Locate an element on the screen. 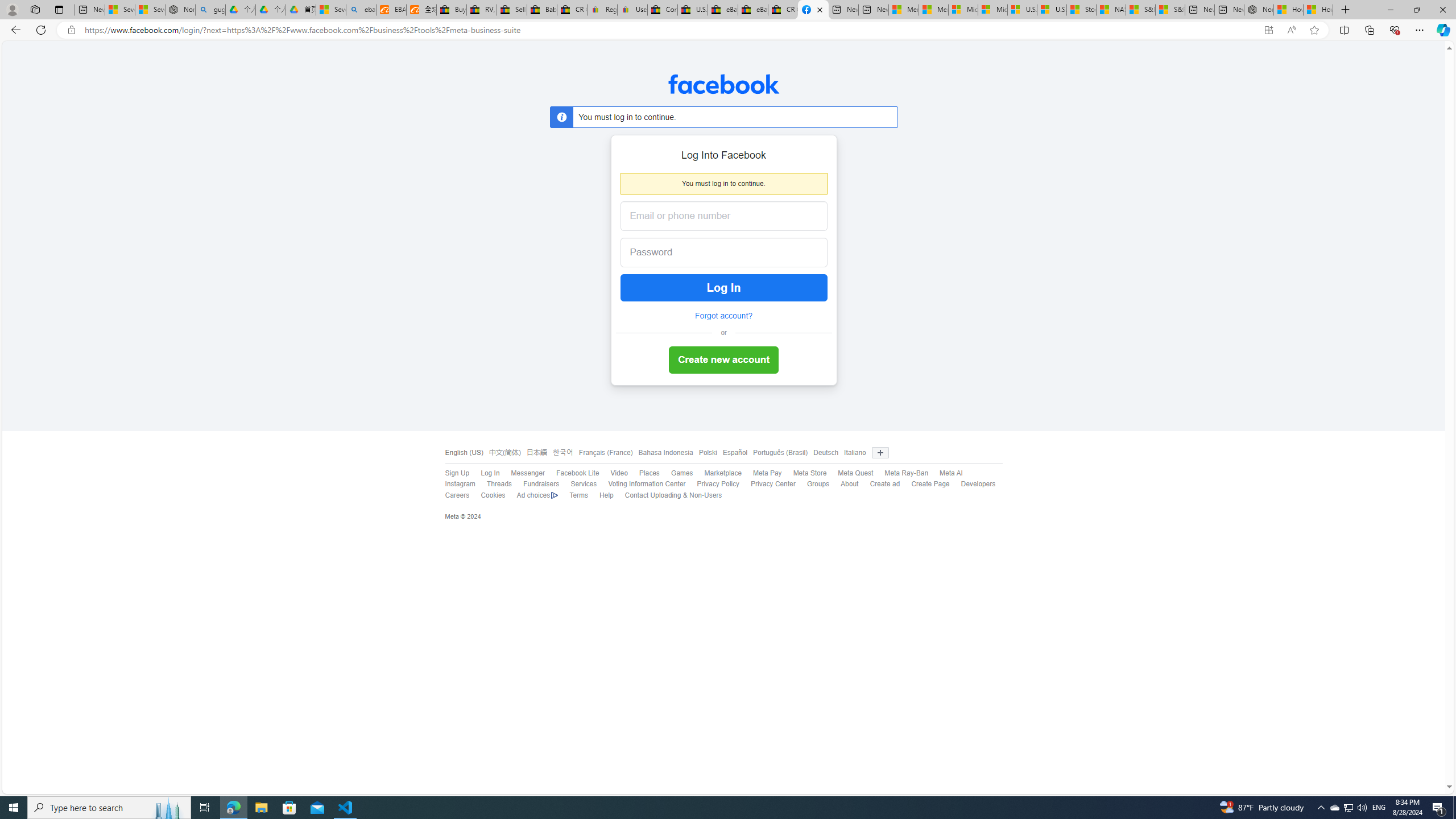  'Create ad' is located at coordinates (884, 483).